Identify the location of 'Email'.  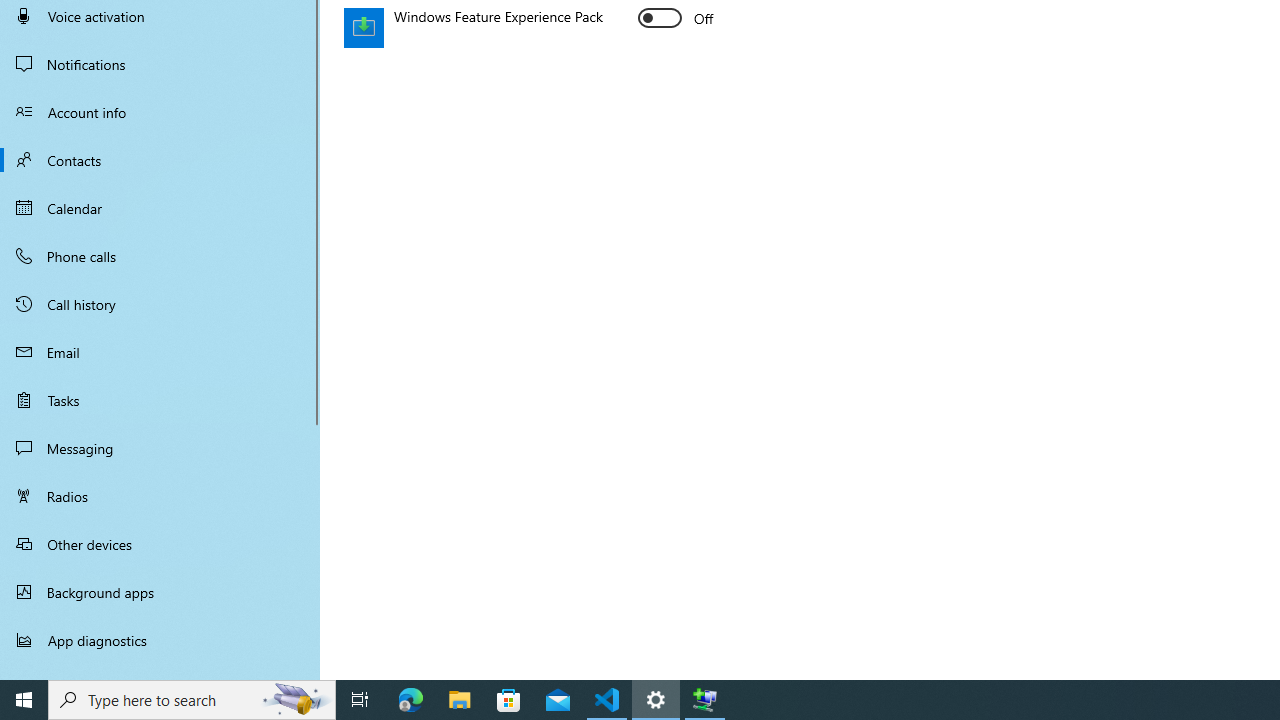
(160, 351).